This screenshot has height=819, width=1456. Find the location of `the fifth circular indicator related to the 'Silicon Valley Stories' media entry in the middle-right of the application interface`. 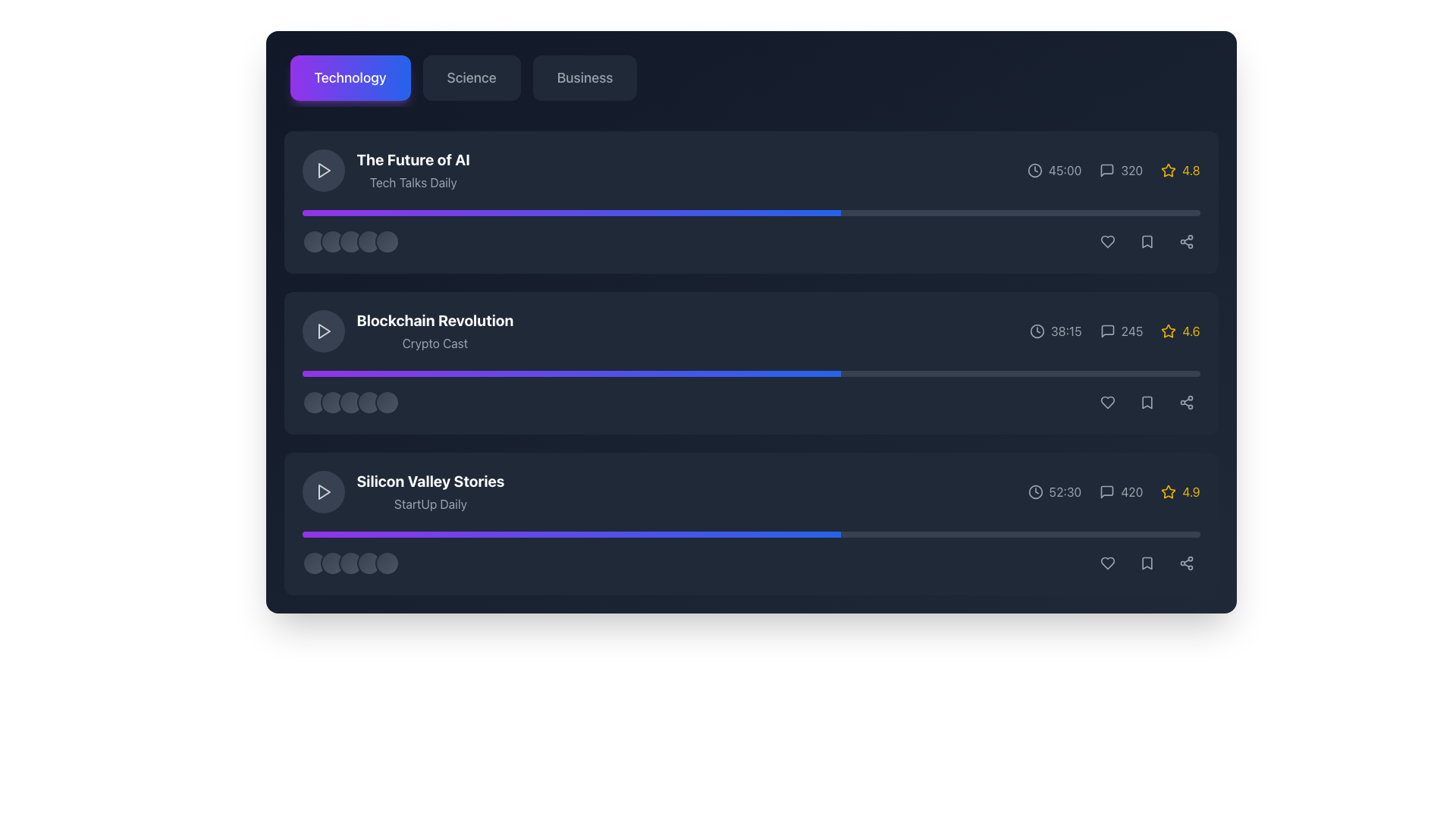

the fifth circular indicator related to the 'Silicon Valley Stories' media entry in the middle-right of the application interface is located at coordinates (387, 563).